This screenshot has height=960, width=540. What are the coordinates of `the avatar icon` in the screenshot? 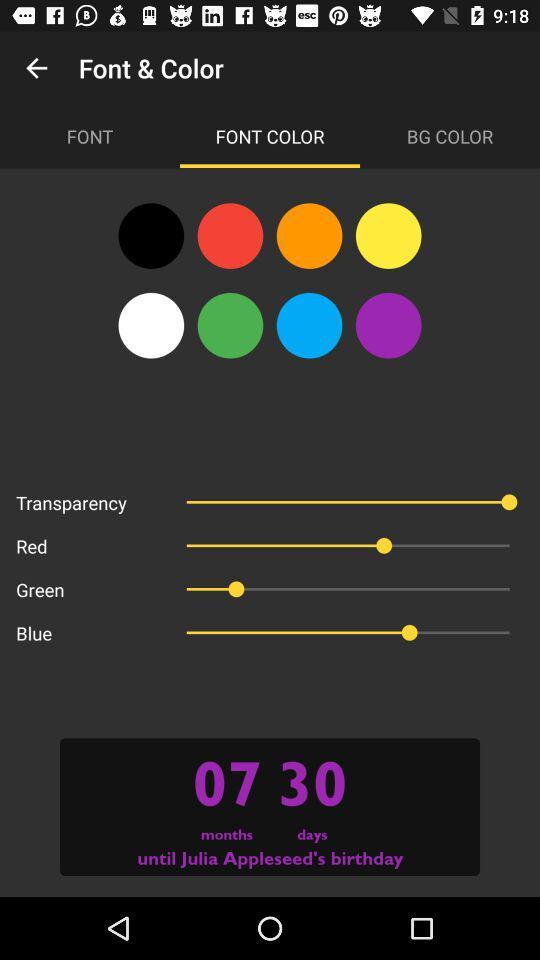 It's located at (388, 325).